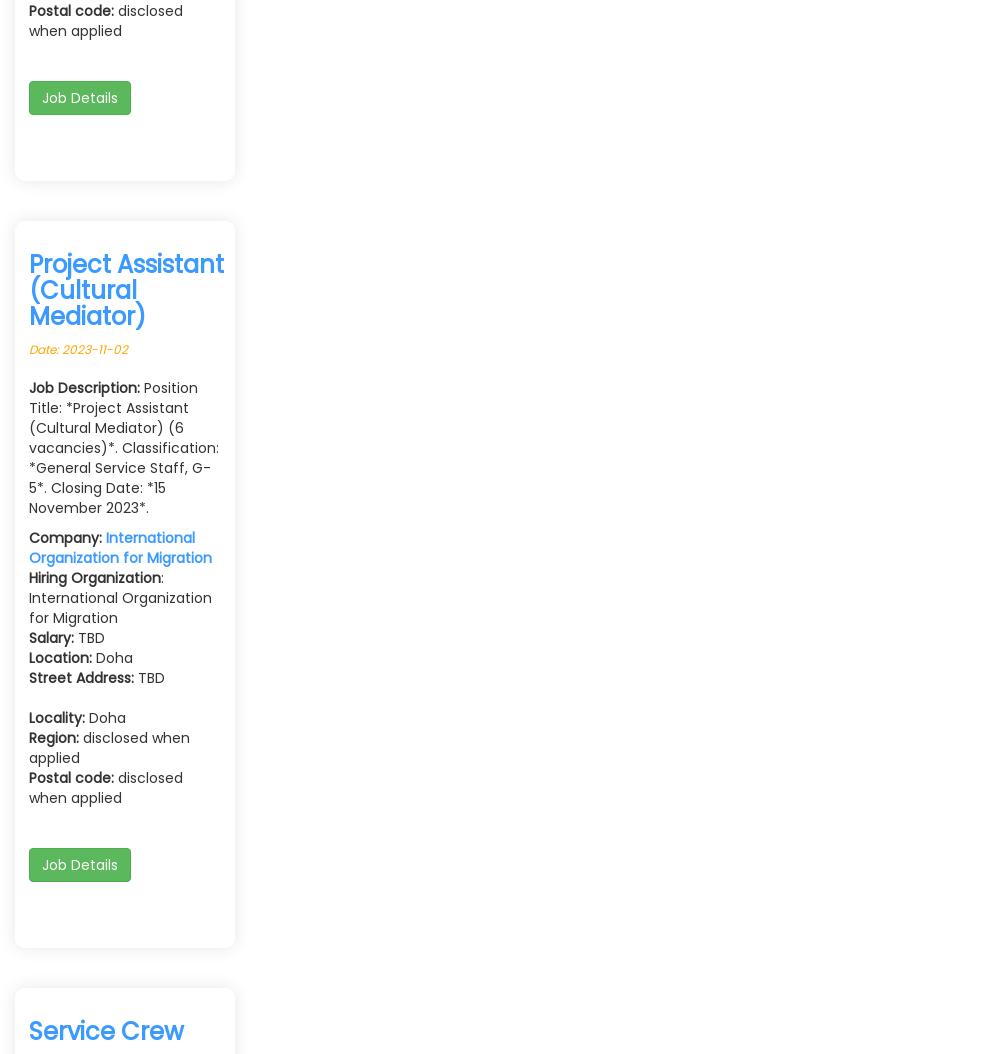 The height and width of the screenshot is (1054, 990). What do you see at coordinates (60, 656) in the screenshot?
I see `'Location:'` at bounding box center [60, 656].